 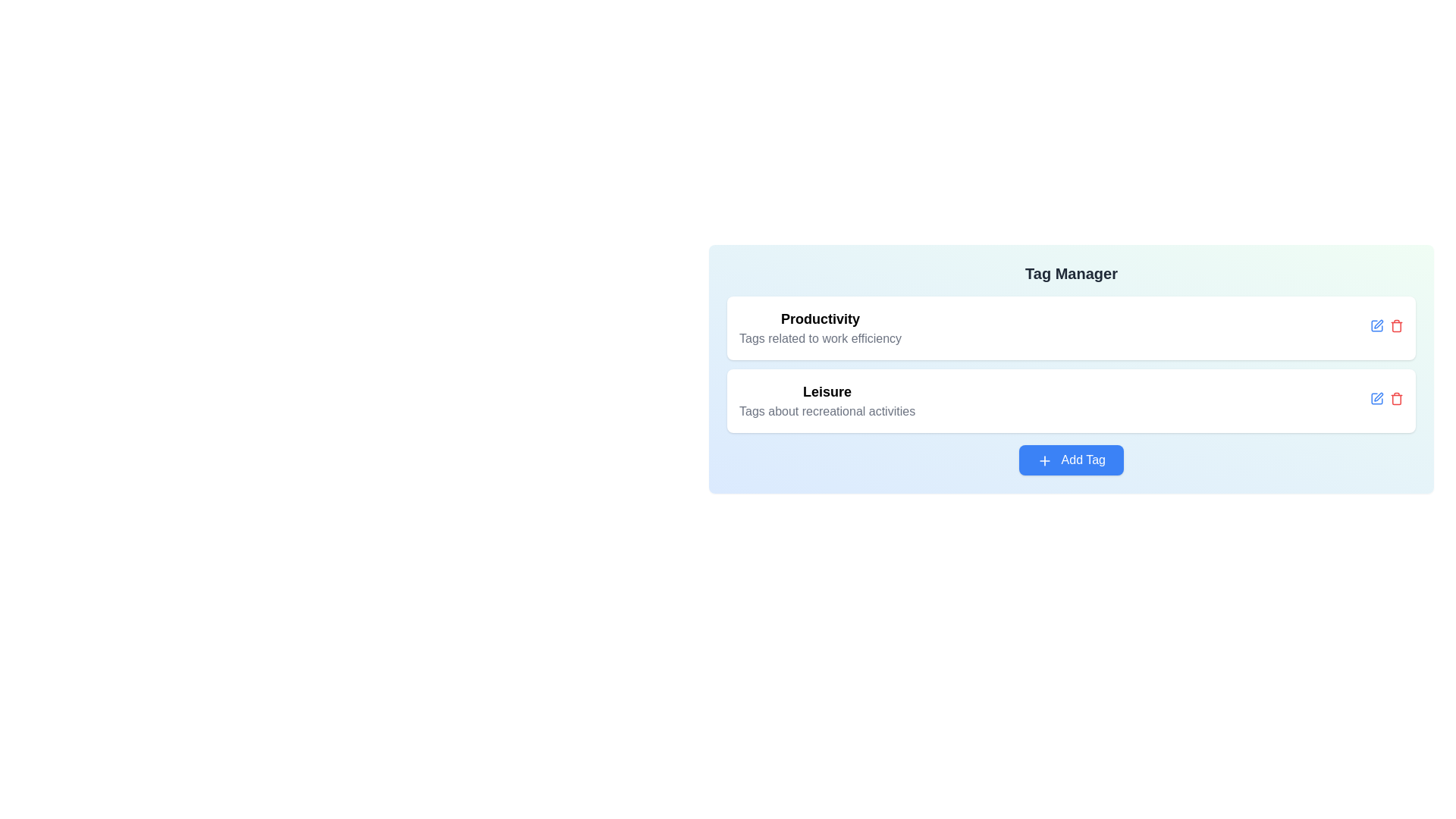 What do you see at coordinates (1070, 459) in the screenshot?
I see `the medium-sized rectangular button with a blue background and white text reading 'Add Tag', located below the 'Productivity' and 'Leisure' sections` at bounding box center [1070, 459].